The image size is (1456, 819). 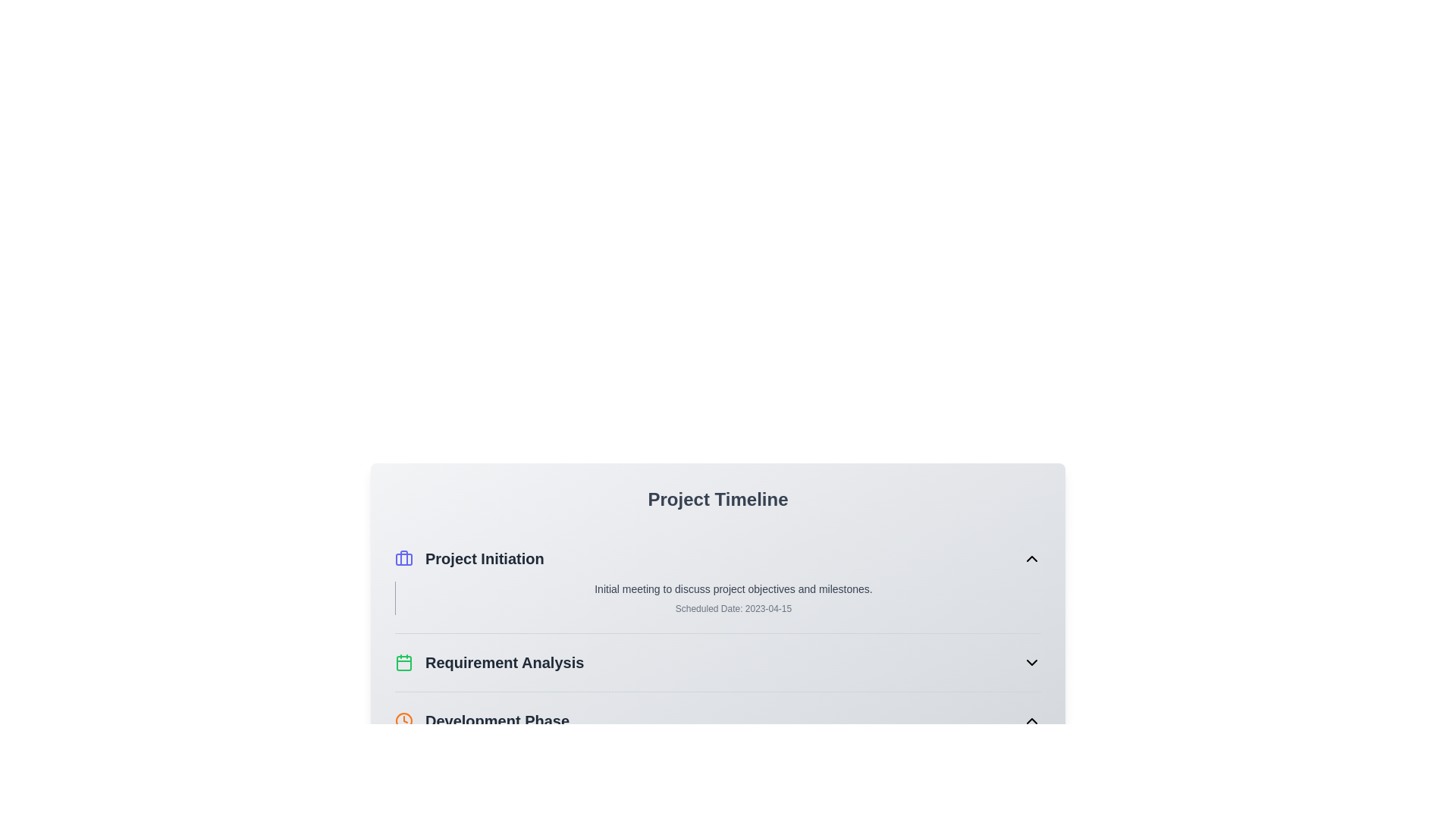 I want to click on the rounded rectangle in the middle section of the calendar icon, which is styled with a green fill color and is the third graphical component among its siblings, so click(x=403, y=663).